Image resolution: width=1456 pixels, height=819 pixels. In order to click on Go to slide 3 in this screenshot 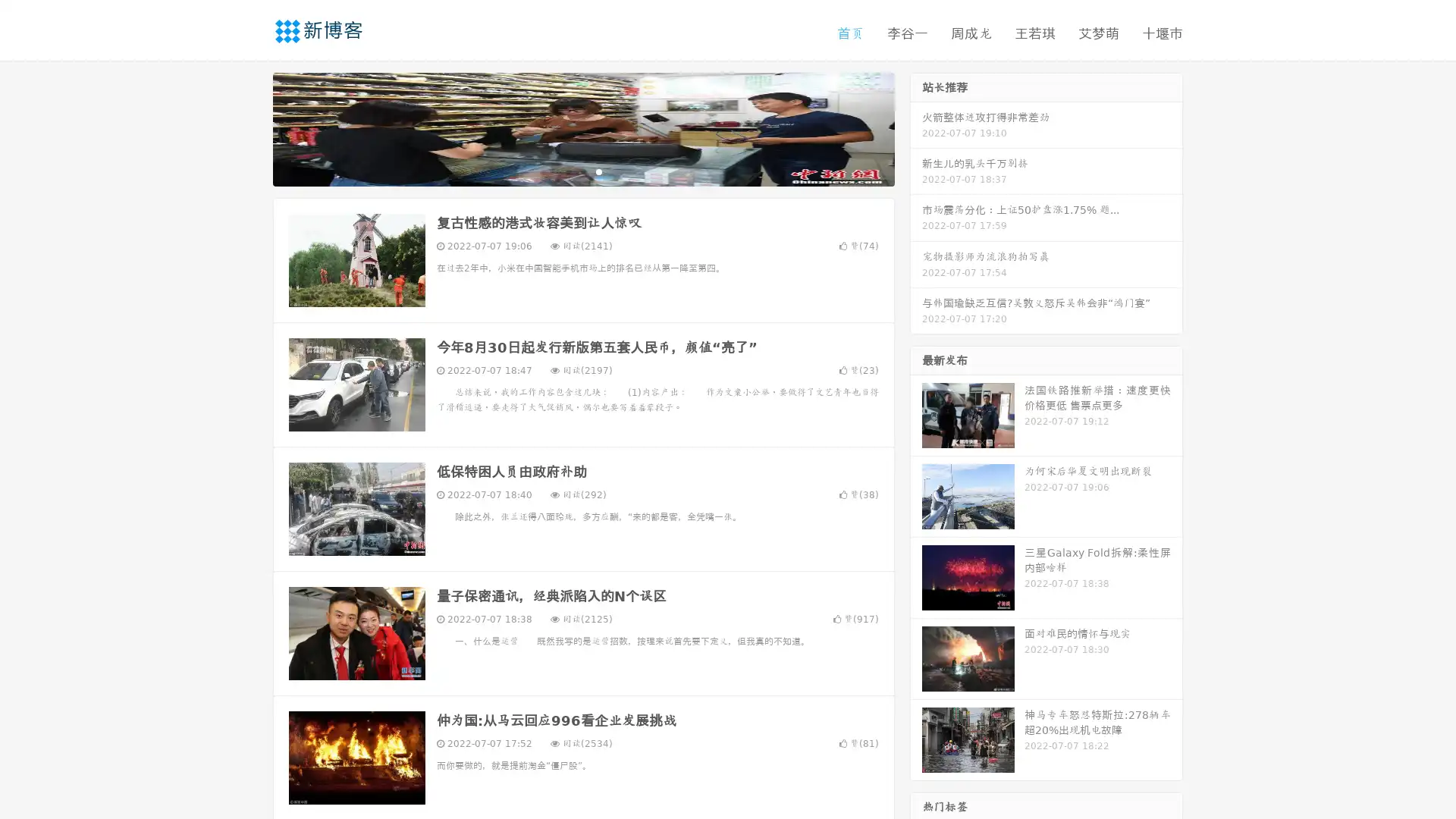, I will do `click(598, 171)`.